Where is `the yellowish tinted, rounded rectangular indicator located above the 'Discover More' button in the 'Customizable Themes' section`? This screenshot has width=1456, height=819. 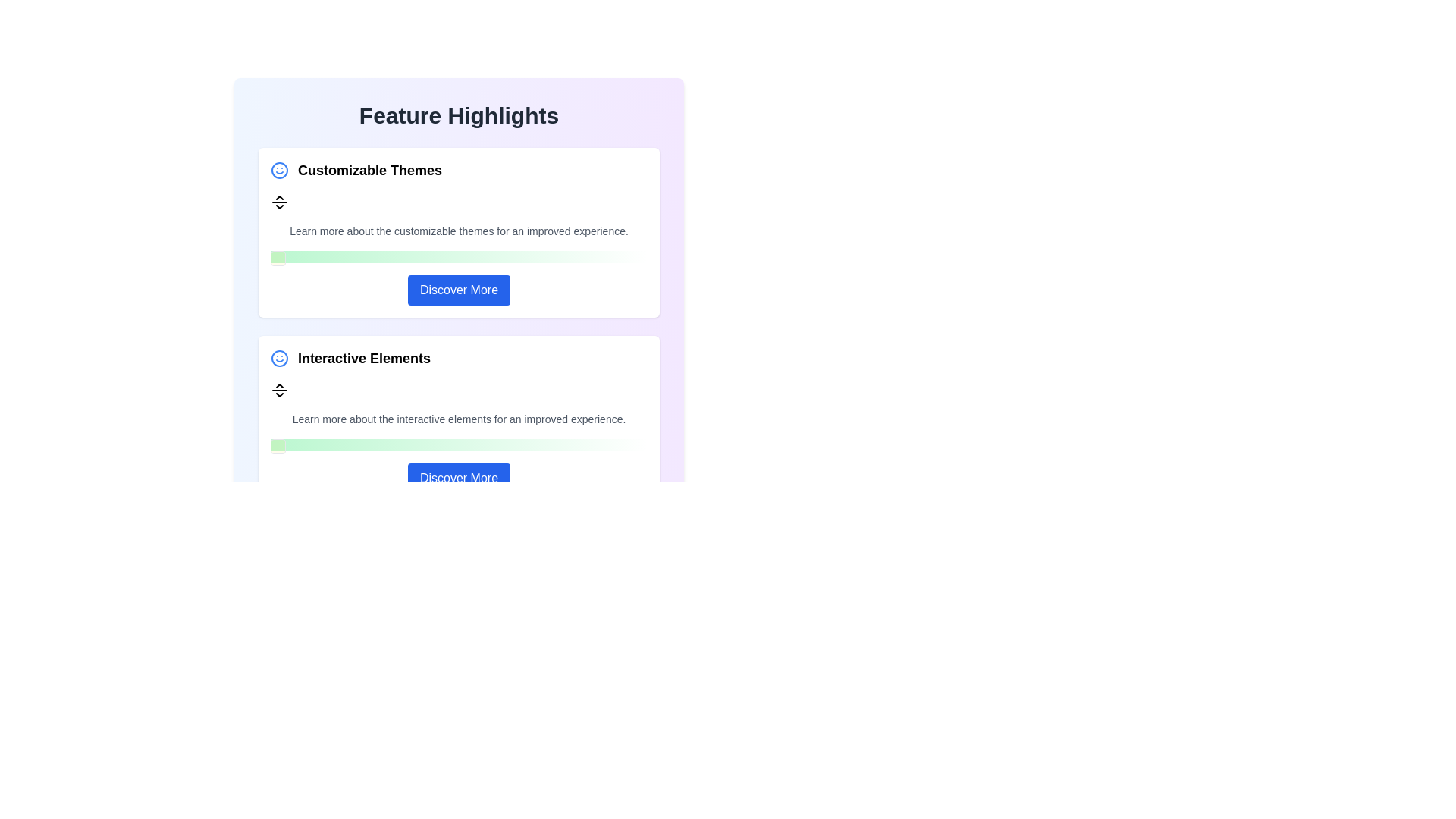
the yellowish tinted, rounded rectangular indicator located above the 'Discover More' button in the 'Customizable Themes' section is located at coordinates (278, 257).